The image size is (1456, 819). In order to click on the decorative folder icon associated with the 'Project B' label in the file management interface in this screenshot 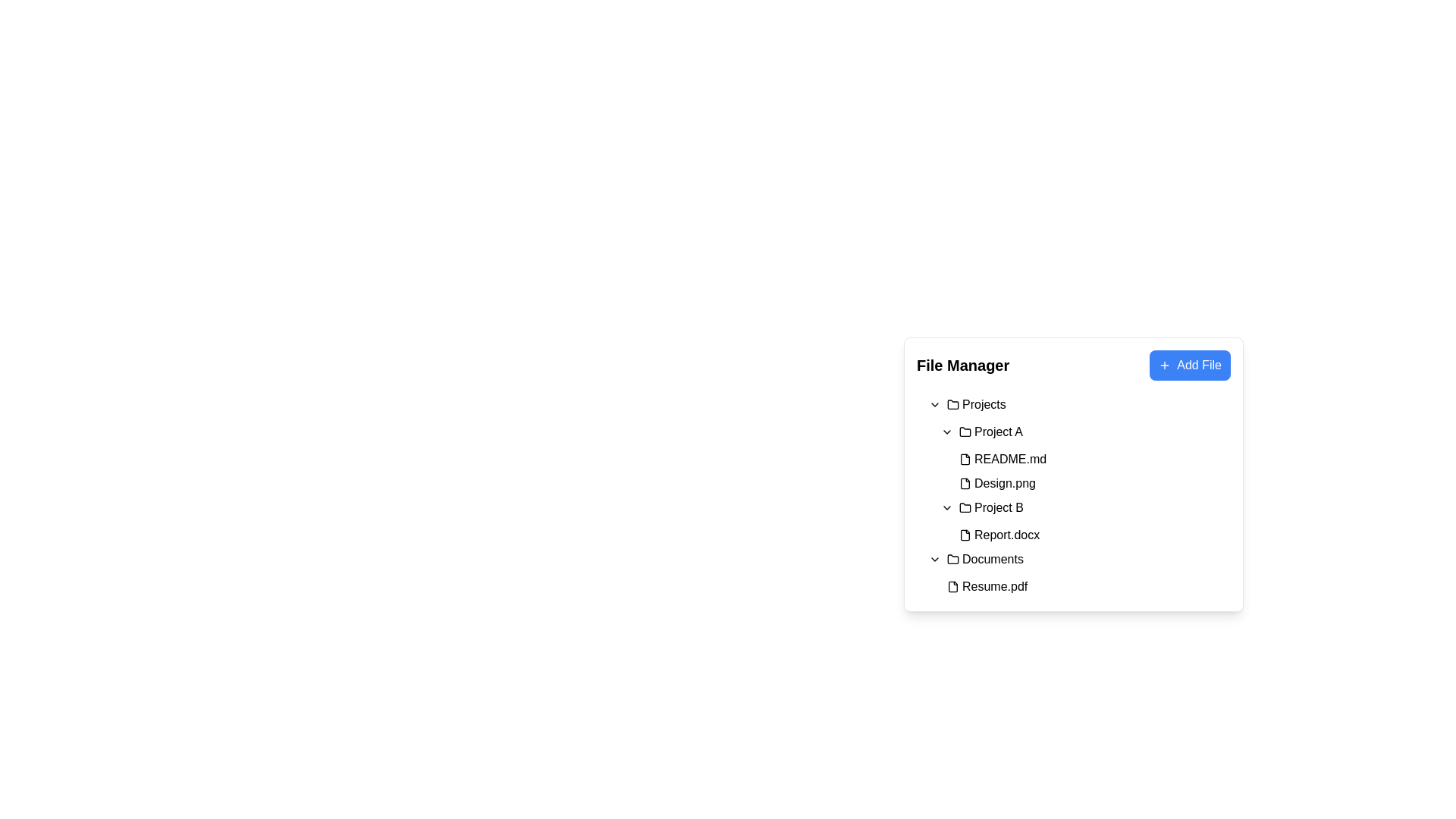, I will do `click(964, 508)`.